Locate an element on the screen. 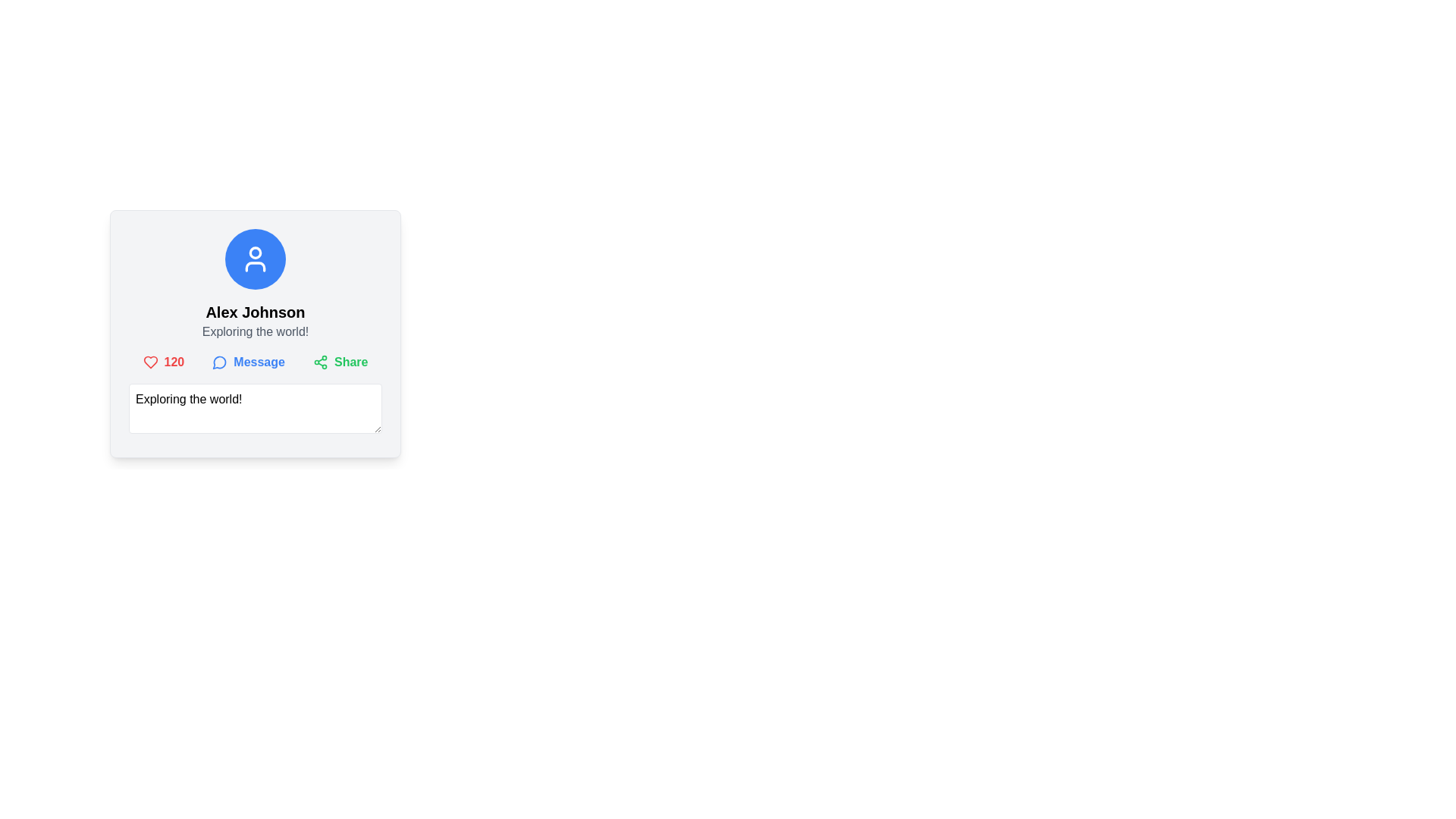 The height and width of the screenshot is (819, 1456). the messaging icon located within the 'Message' button, which is positioned to the left of the 'Message' text is located at coordinates (219, 362).